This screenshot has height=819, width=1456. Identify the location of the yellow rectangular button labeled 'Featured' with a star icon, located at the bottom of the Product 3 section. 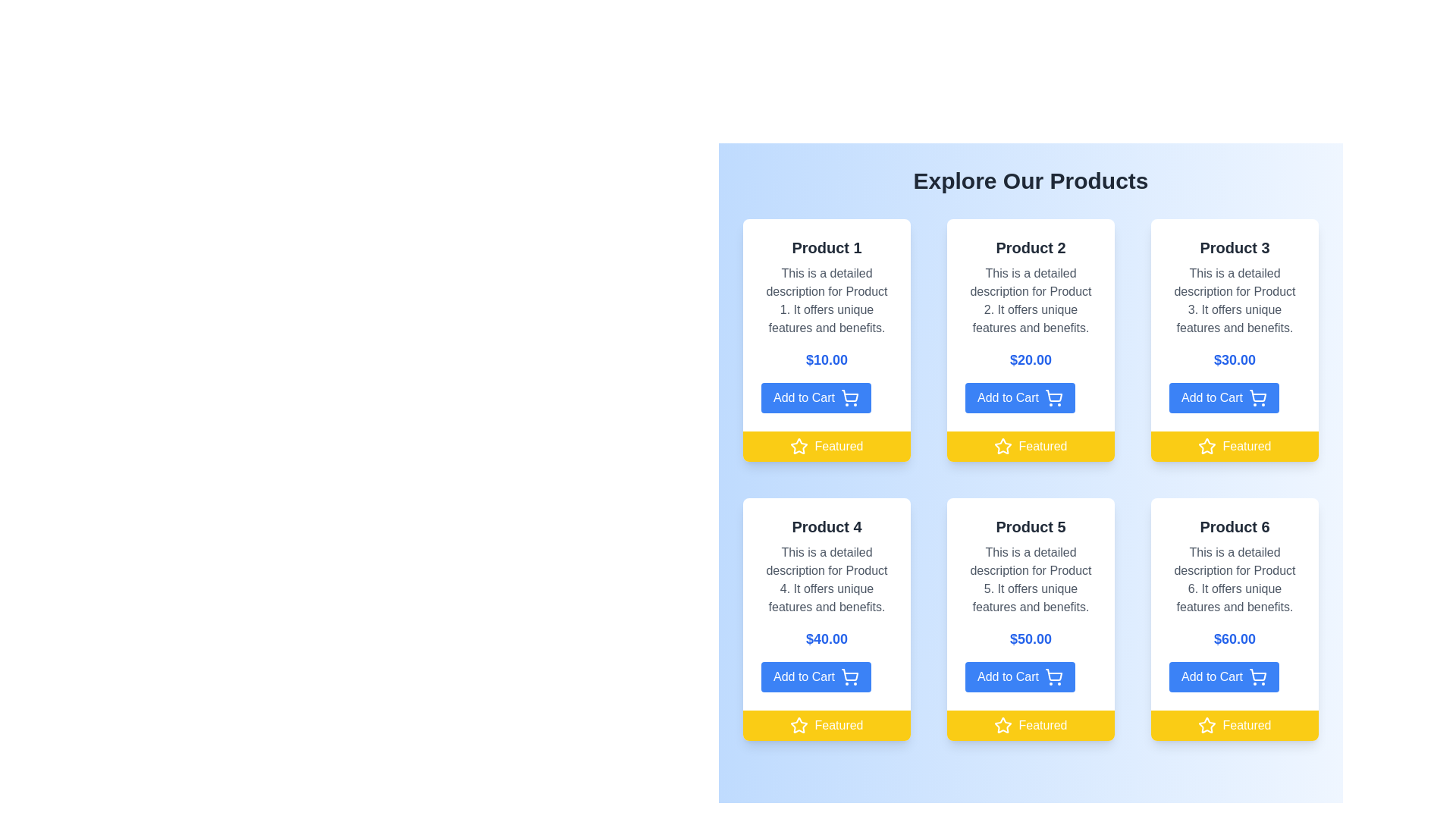
(1235, 446).